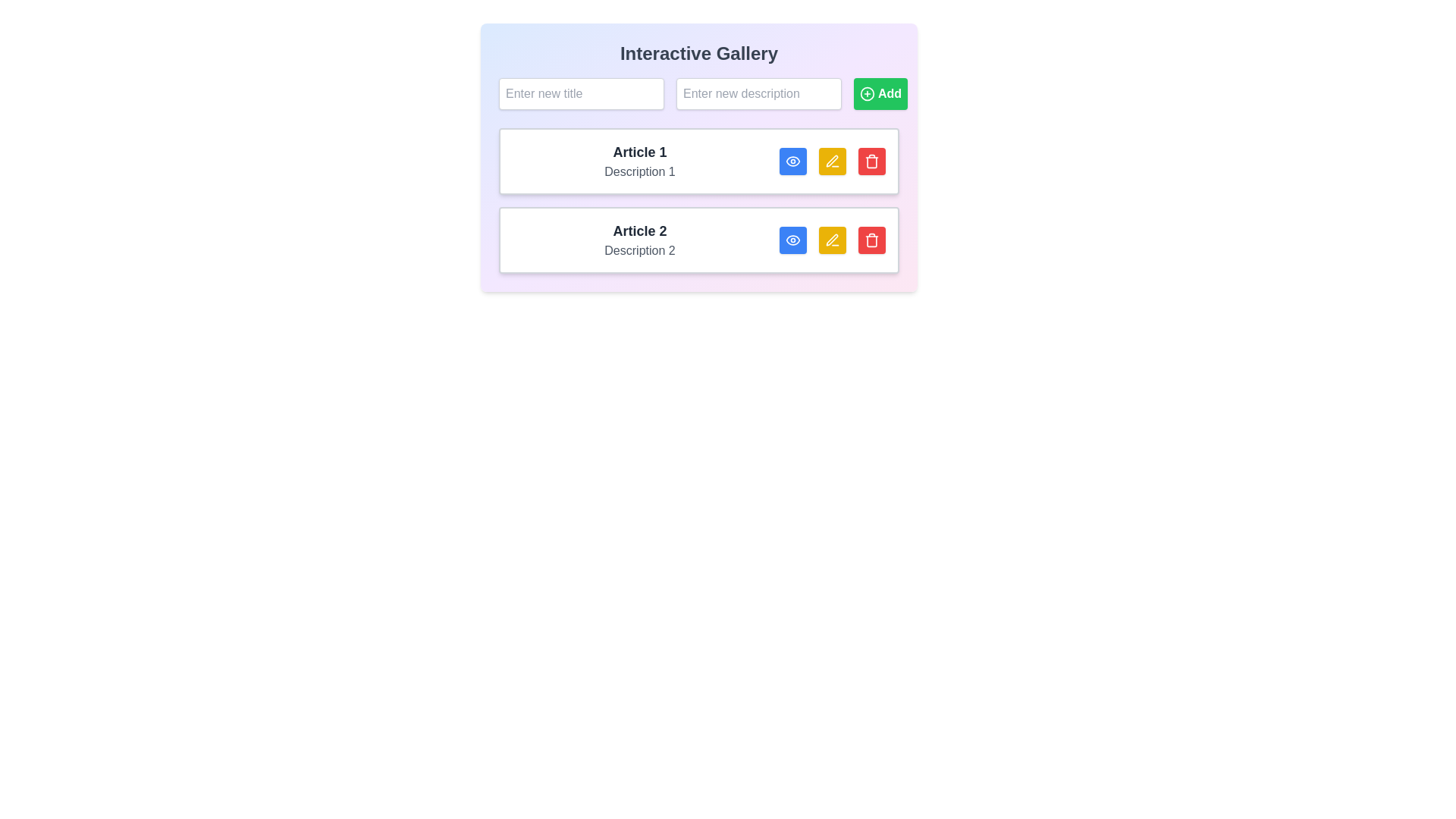 The image size is (1456, 819). What do you see at coordinates (872, 161) in the screenshot?
I see `the delete button for 'Article 1'` at bounding box center [872, 161].